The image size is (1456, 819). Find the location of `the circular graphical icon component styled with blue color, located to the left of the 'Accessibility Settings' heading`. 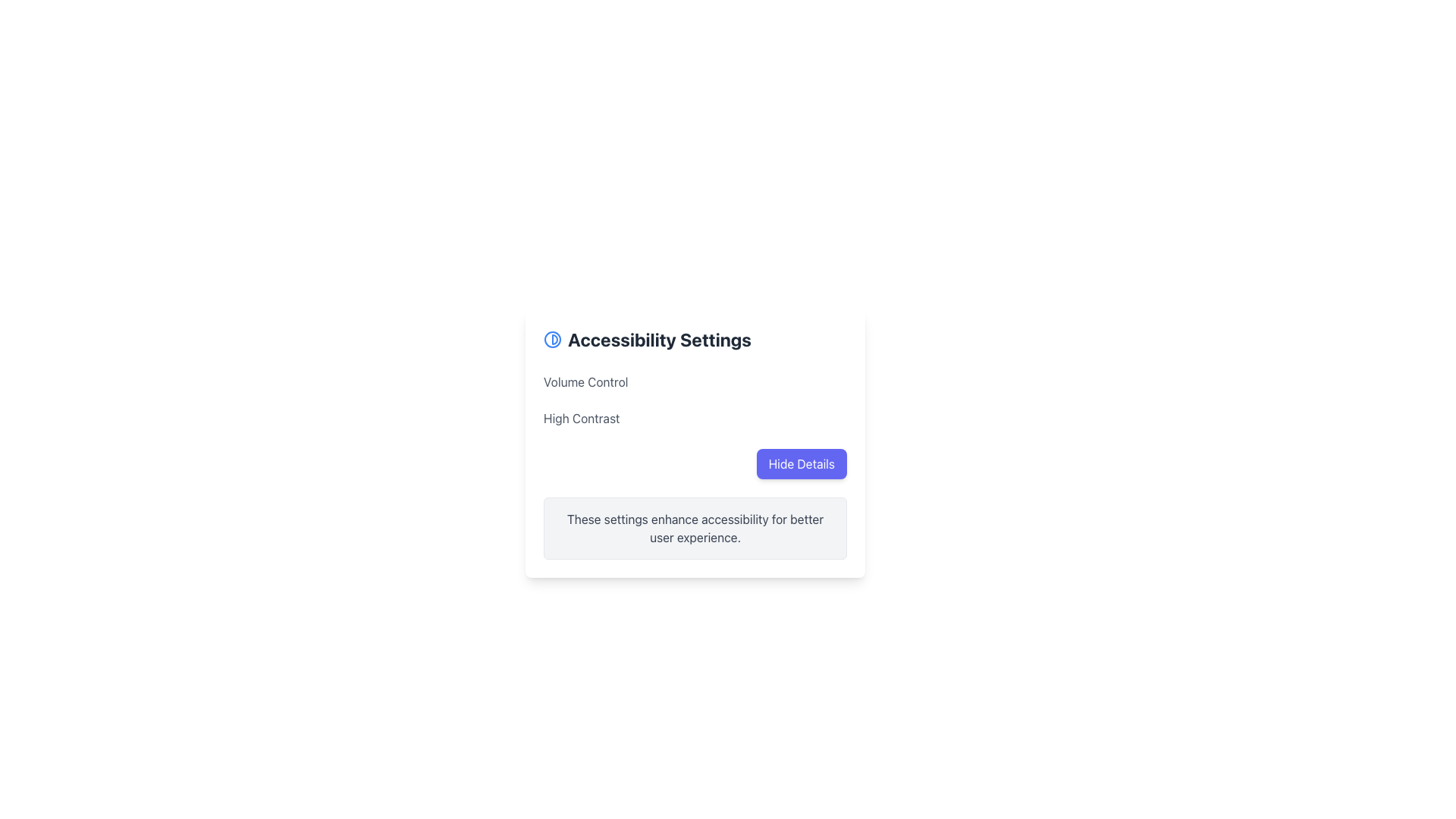

the circular graphical icon component styled with blue color, located to the left of the 'Accessibility Settings' heading is located at coordinates (552, 338).